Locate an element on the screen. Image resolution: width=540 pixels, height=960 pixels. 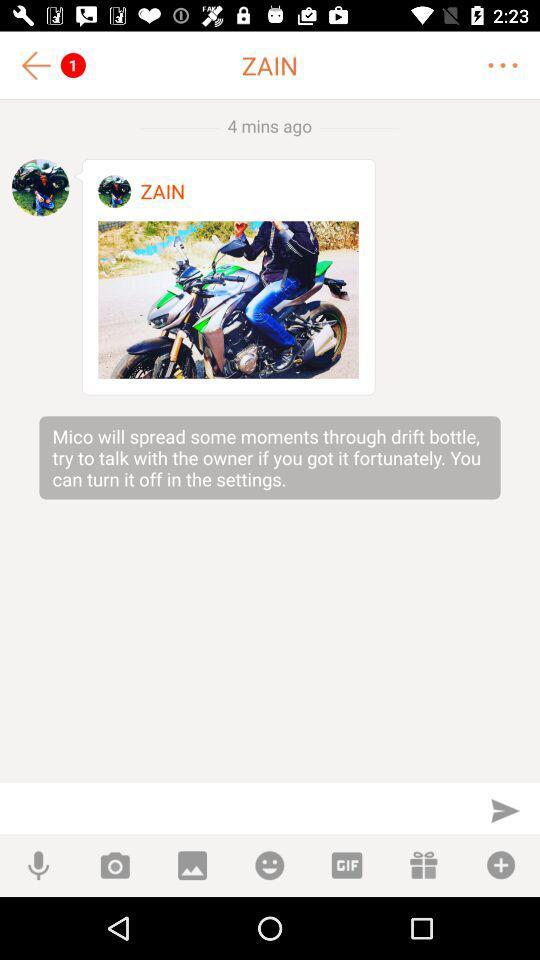
the add icon is located at coordinates (500, 864).